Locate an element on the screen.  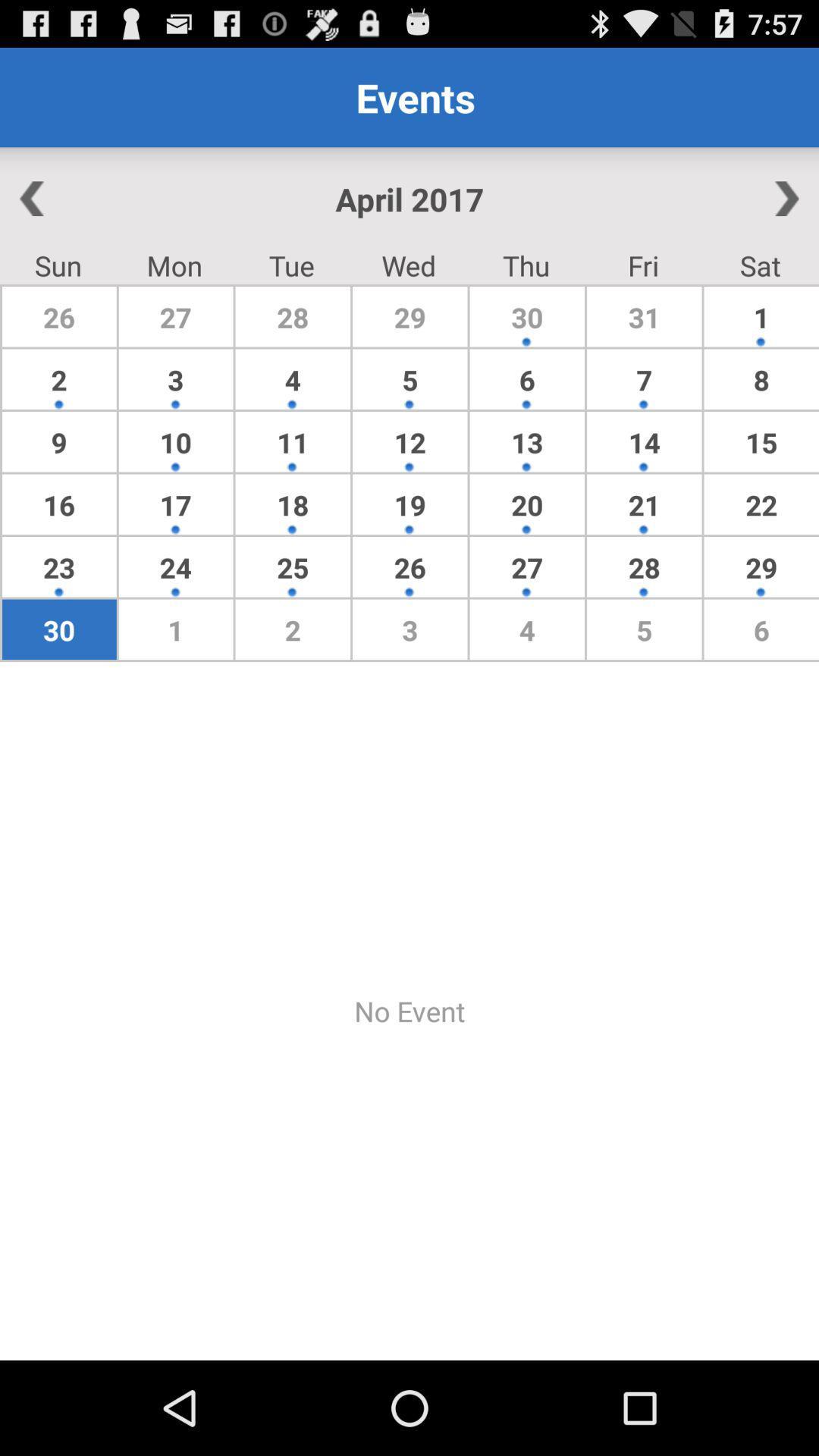
item below the 16 item is located at coordinates (58, 566).